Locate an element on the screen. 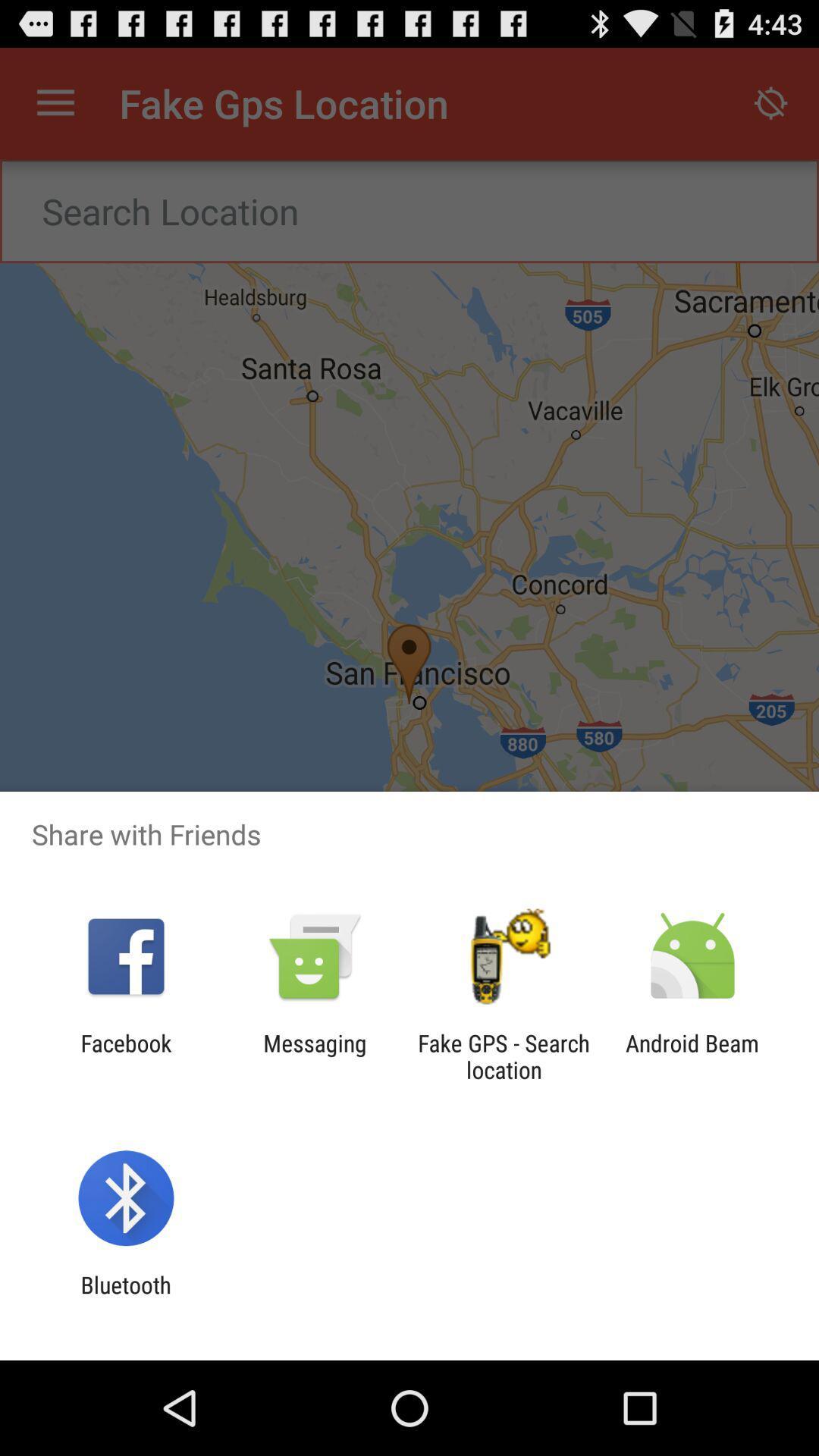 Image resolution: width=819 pixels, height=1456 pixels. app next to the android beam app is located at coordinates (504, 1056).